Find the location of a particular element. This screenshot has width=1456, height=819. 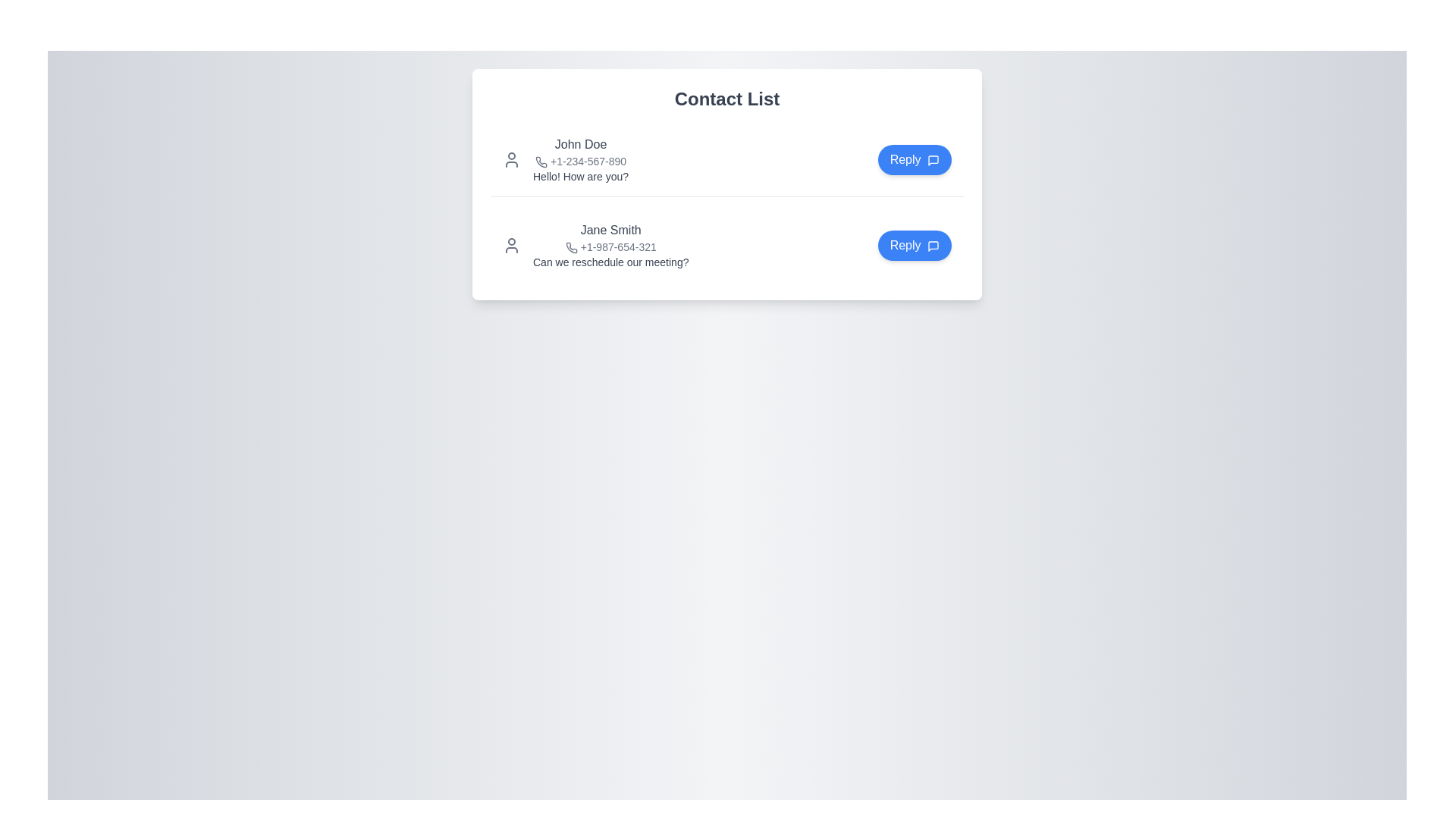

the phone icon styled with a rounded design, which is positioned to the left of John Doe's contact information in the 'Contact List' is located at coordinates (541, 162).